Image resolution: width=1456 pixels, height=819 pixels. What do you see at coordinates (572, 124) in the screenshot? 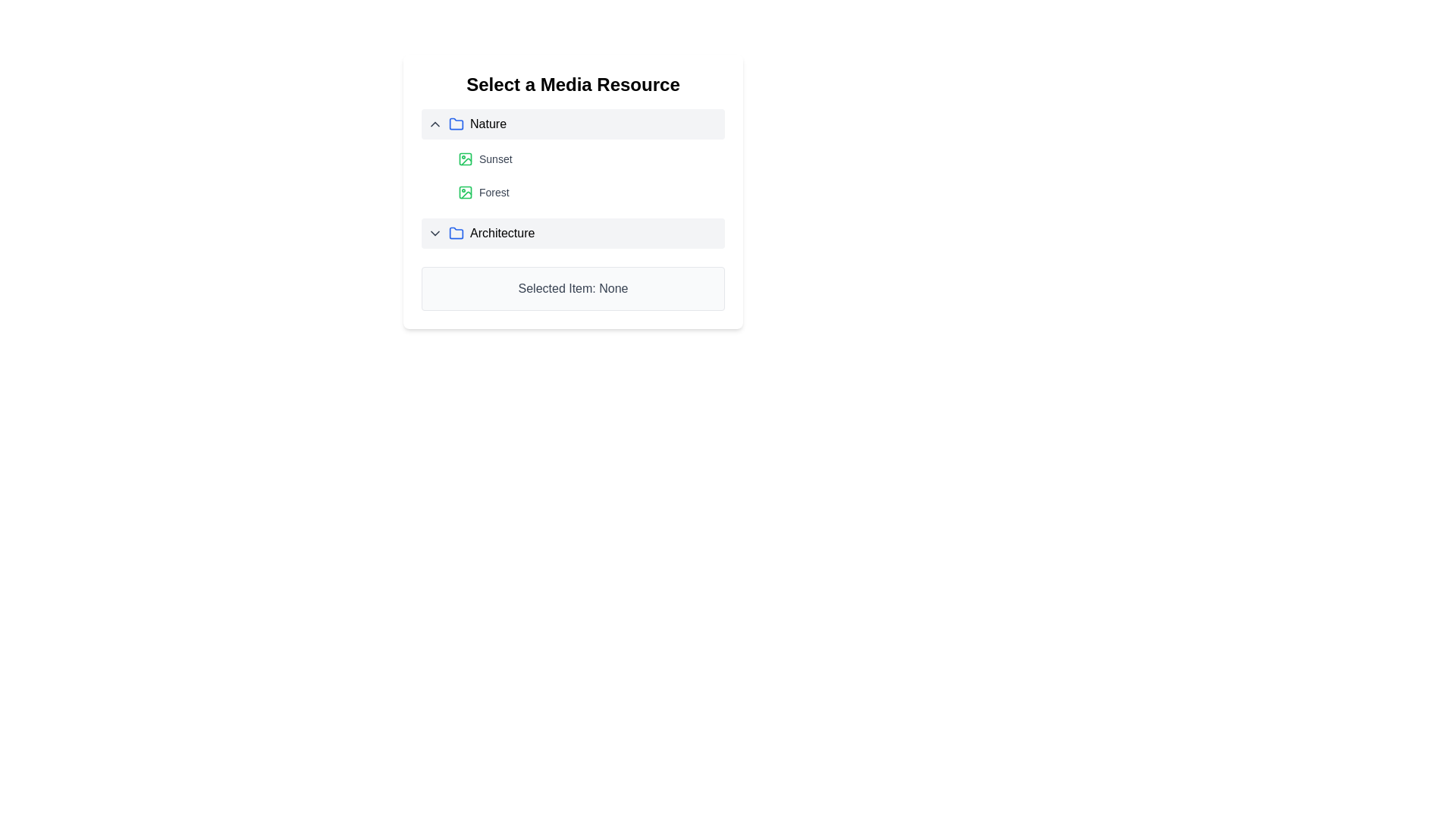
I see `the first collapsible list item in the selection menu` at bounding box center [572, 124].